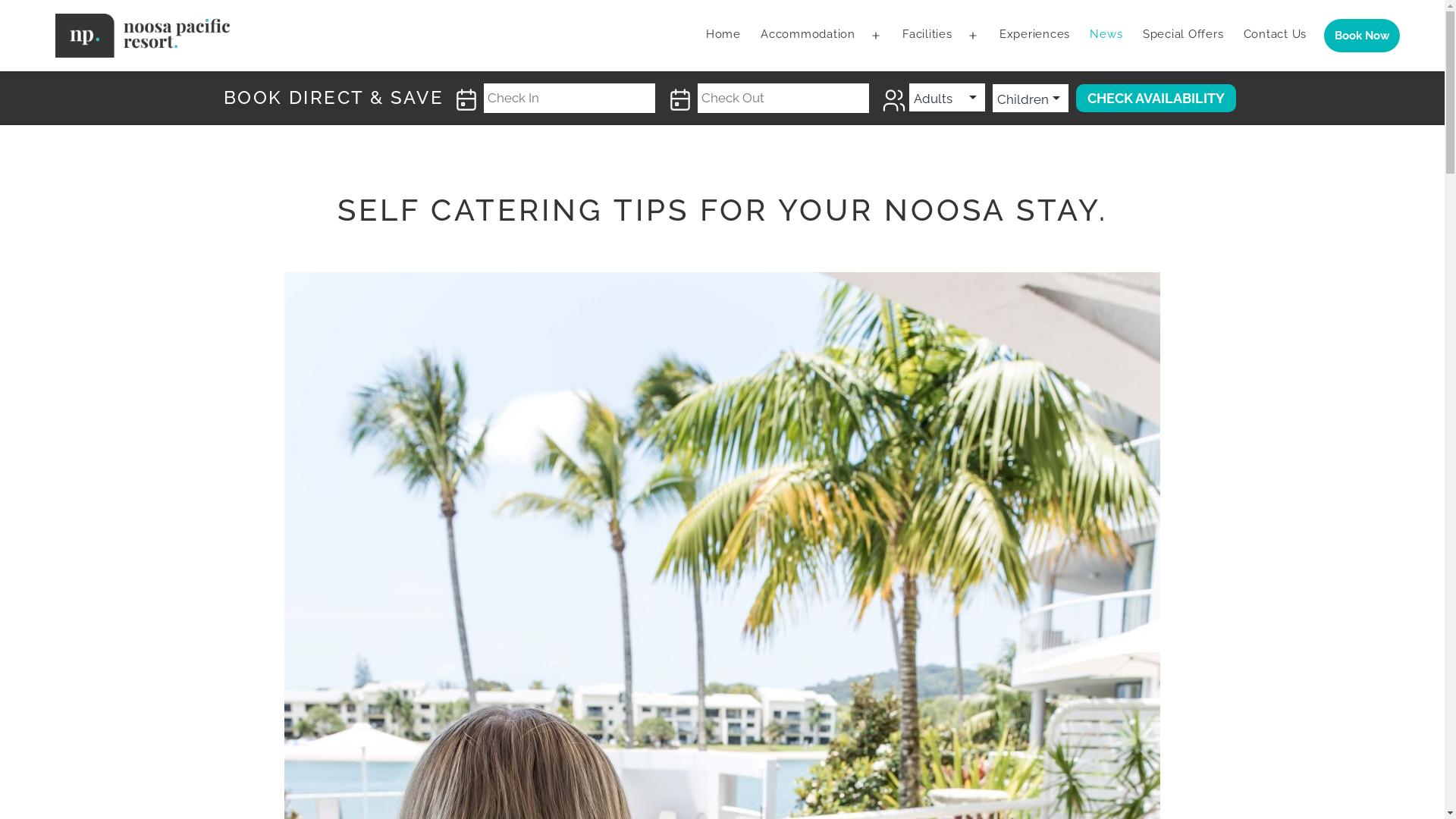 The width and height of the screenshot is (1456, 819). Describe the element at coordinates (927, 35) in the screenshot. I see `'Facilities'` at that location.